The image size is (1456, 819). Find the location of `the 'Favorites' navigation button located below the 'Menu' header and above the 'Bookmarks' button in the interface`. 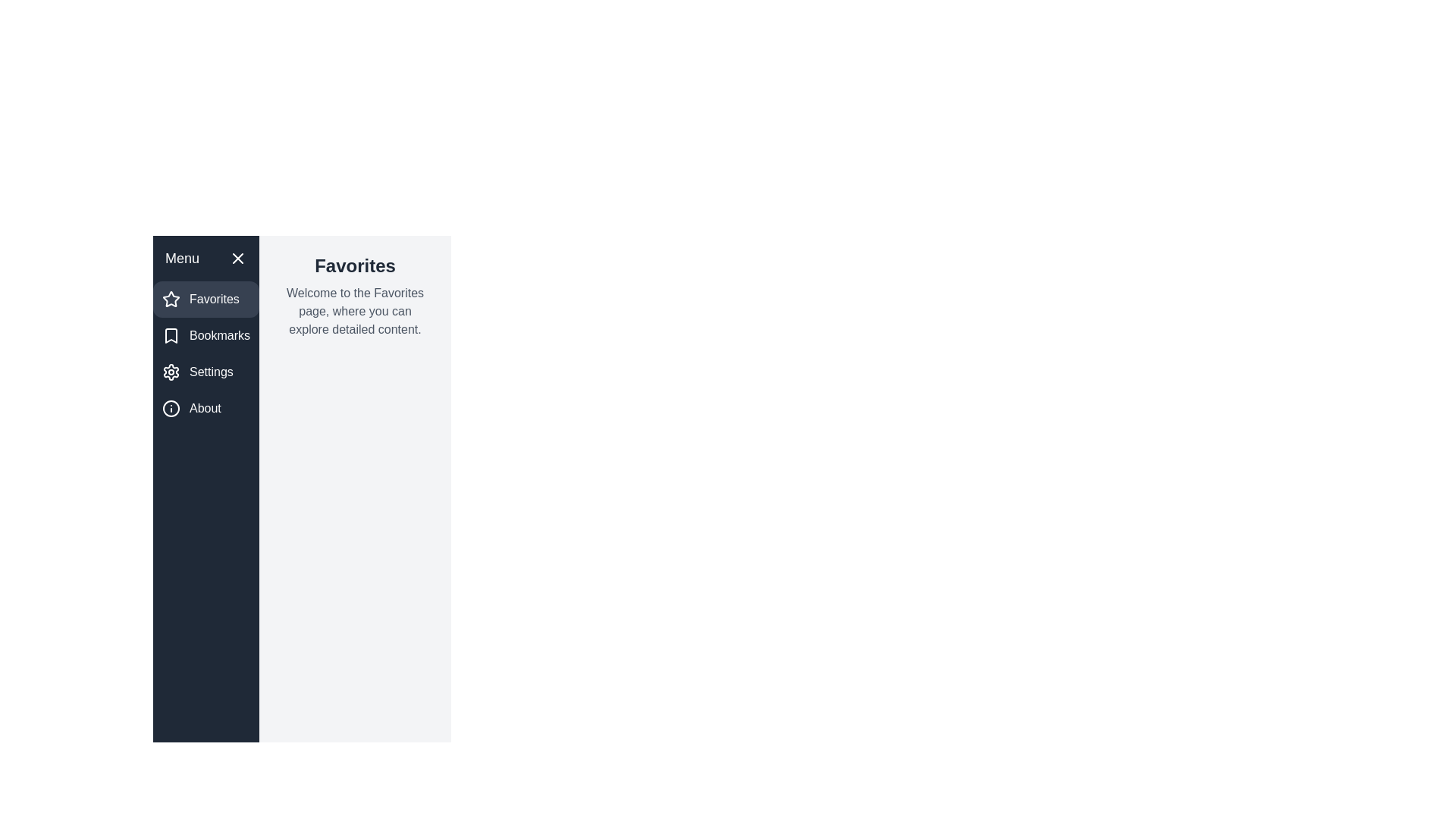

the 'Favorites' navigation button located below the 'Menu' header and above the 'Bookmarks' button in the interface is located at coordinates (206, 299).